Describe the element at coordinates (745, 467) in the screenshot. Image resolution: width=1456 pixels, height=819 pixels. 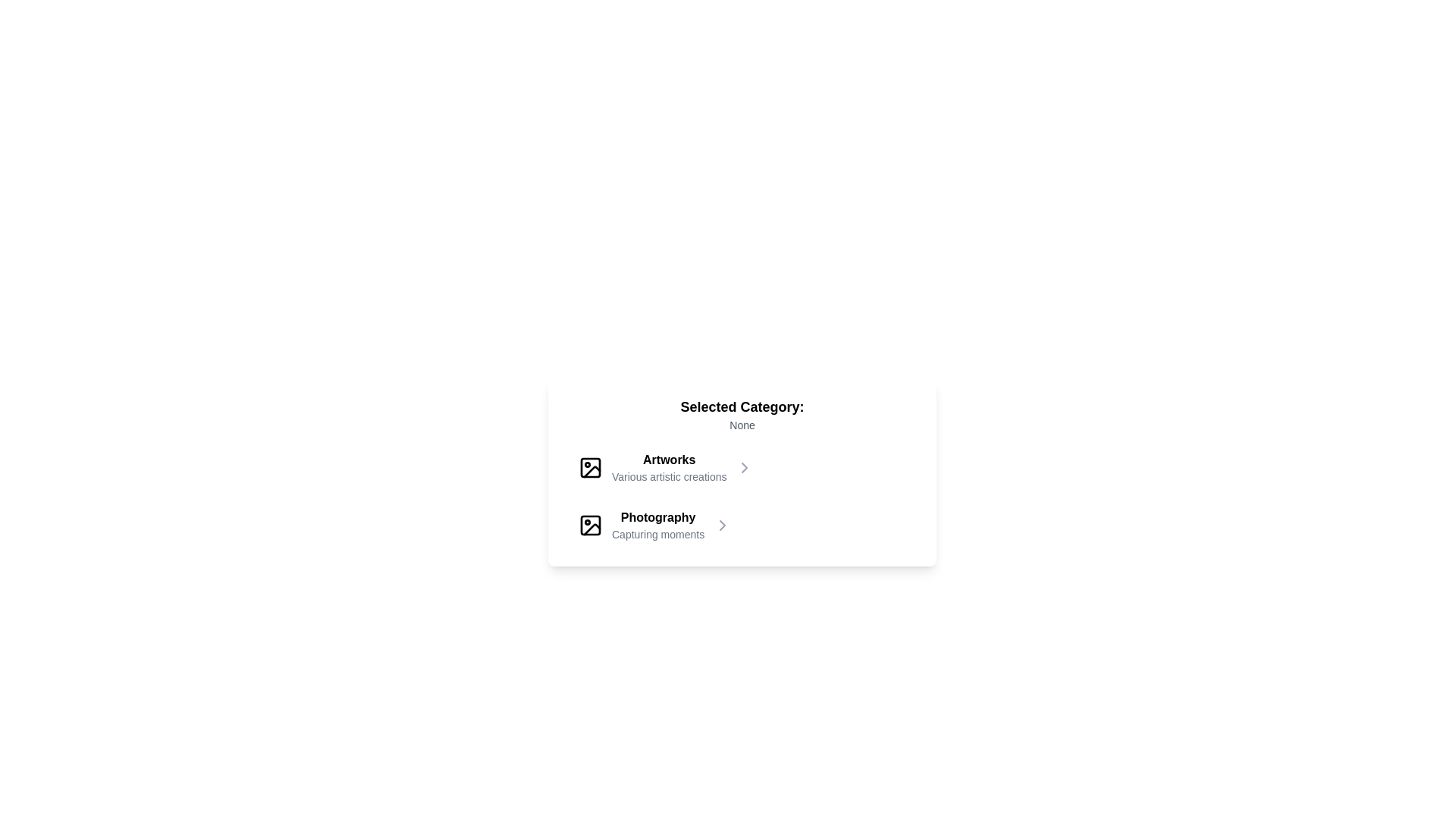
I see `the chevron icon located at the far right of the 'Artworks' category row` at that location.